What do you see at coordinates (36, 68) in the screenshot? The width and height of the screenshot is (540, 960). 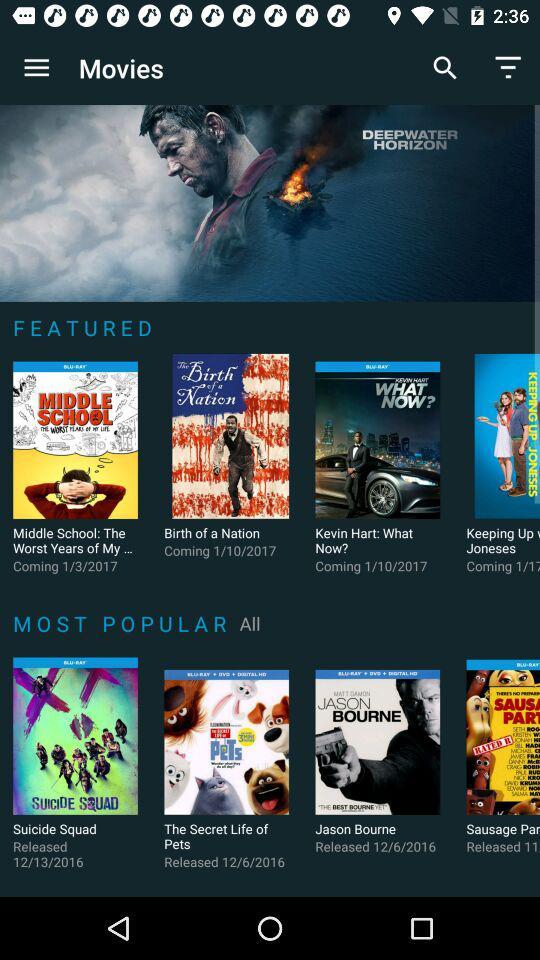 I see `icon to the left of the movies icon` at bounding box center [36, 68].